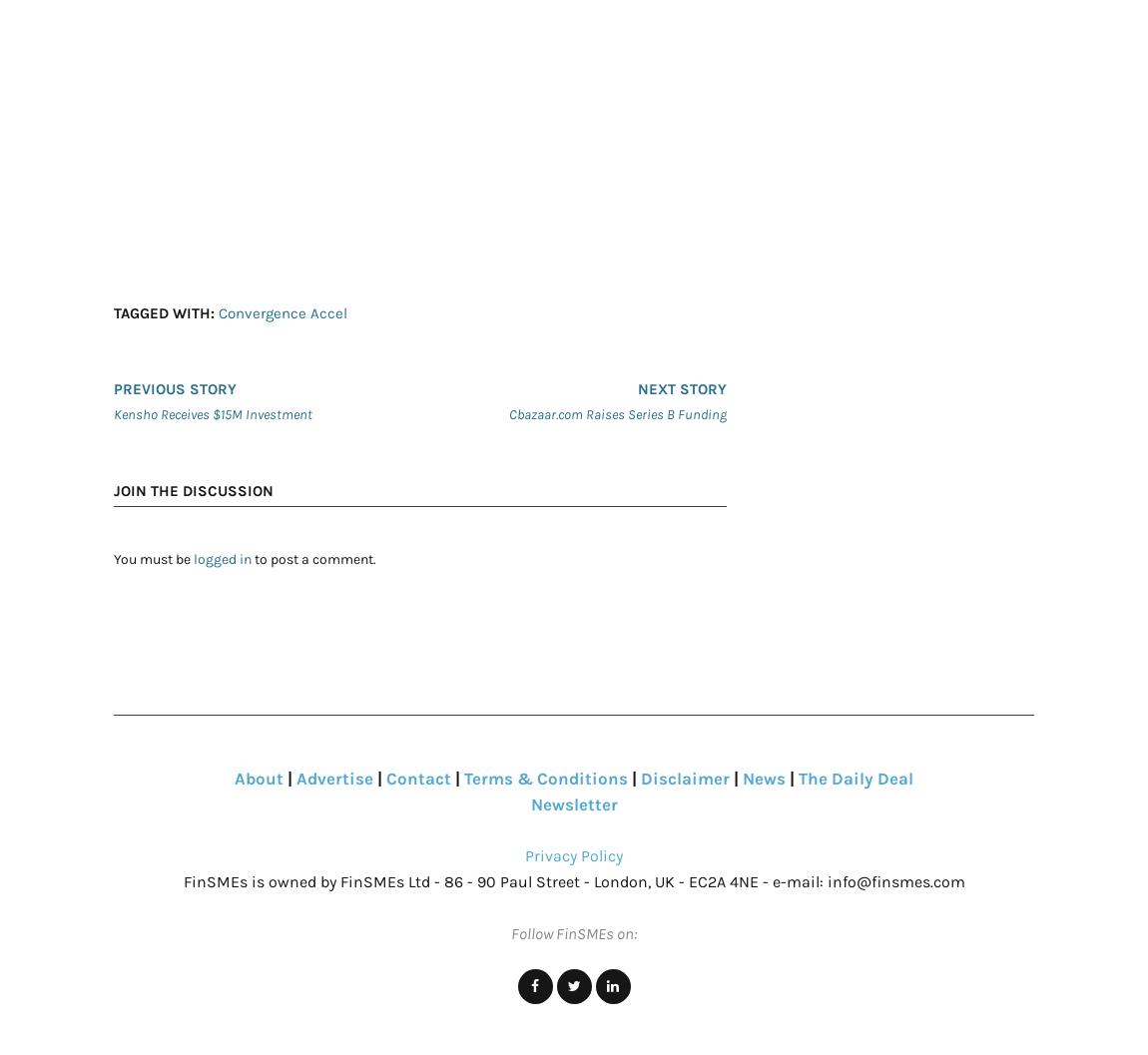 The height and width of the screenshot is (1055, 1148). Describe the element at coordinates (282, 313) in the screenshot. I see `'Convergence Accel'` at that location.